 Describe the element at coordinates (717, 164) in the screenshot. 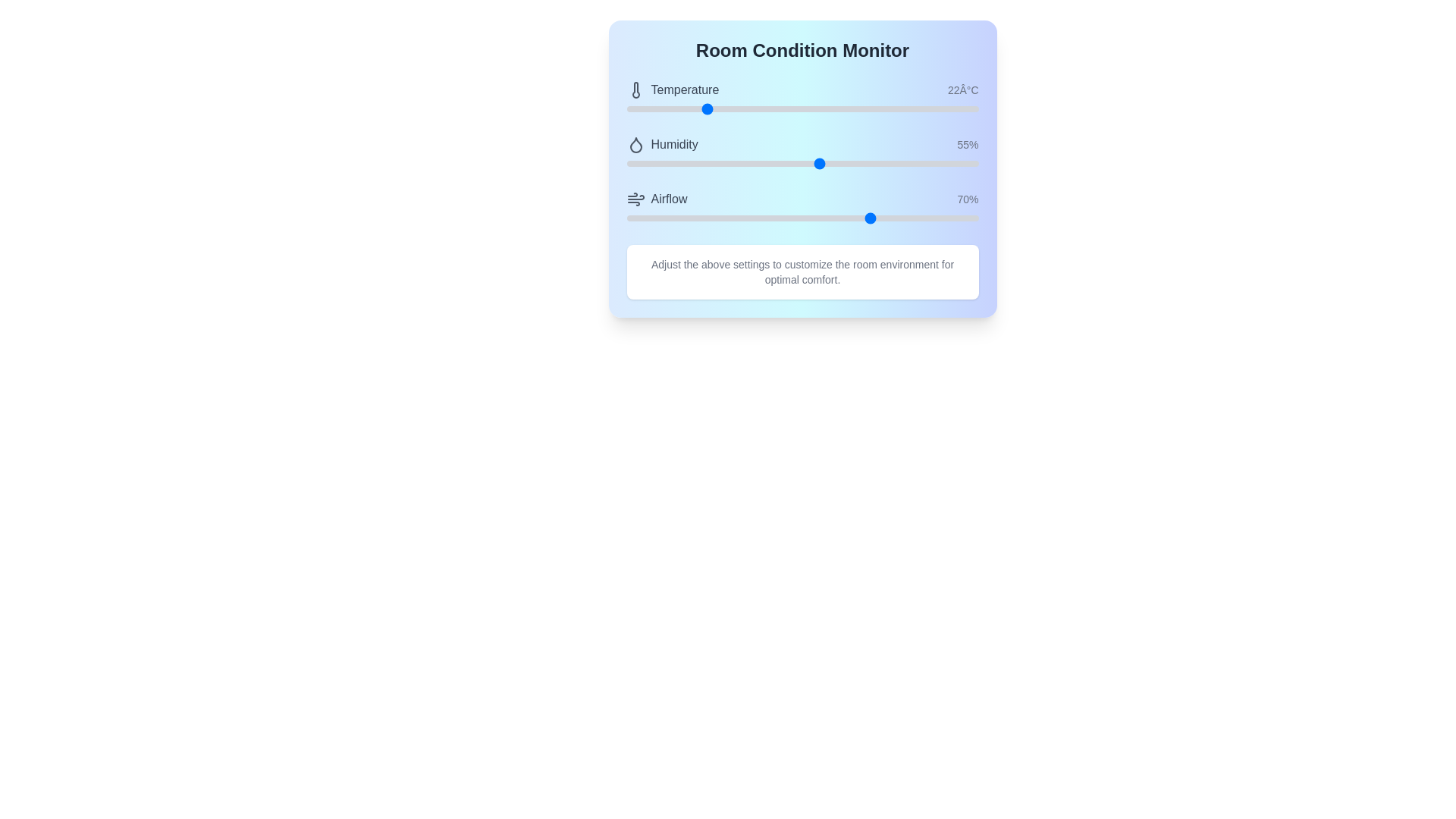

I see `the humidity level` at that location.